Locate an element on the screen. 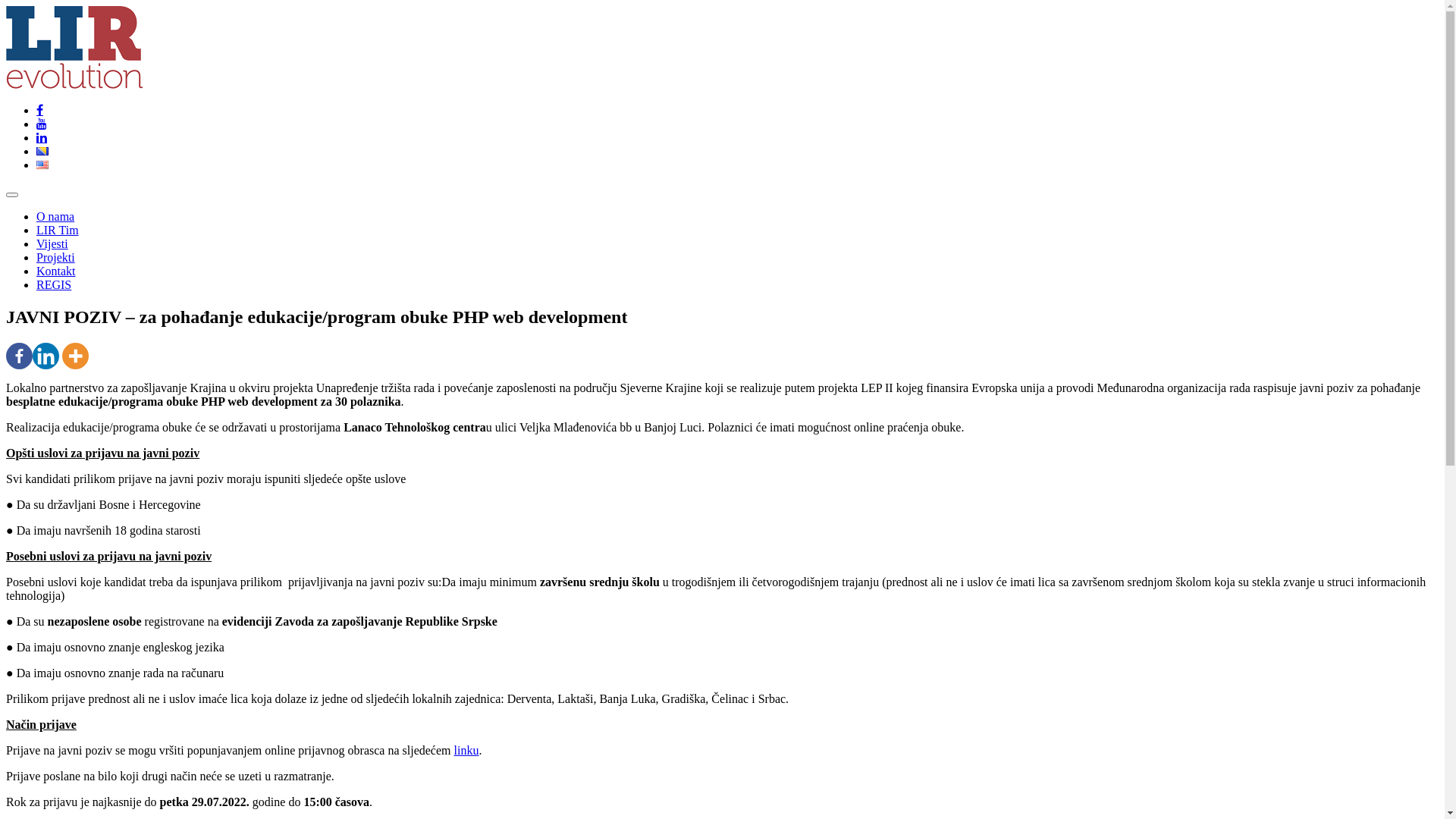 The height and width of the screenshot is (819, 1456). 'O nama' is located at coordinates (55, 216).